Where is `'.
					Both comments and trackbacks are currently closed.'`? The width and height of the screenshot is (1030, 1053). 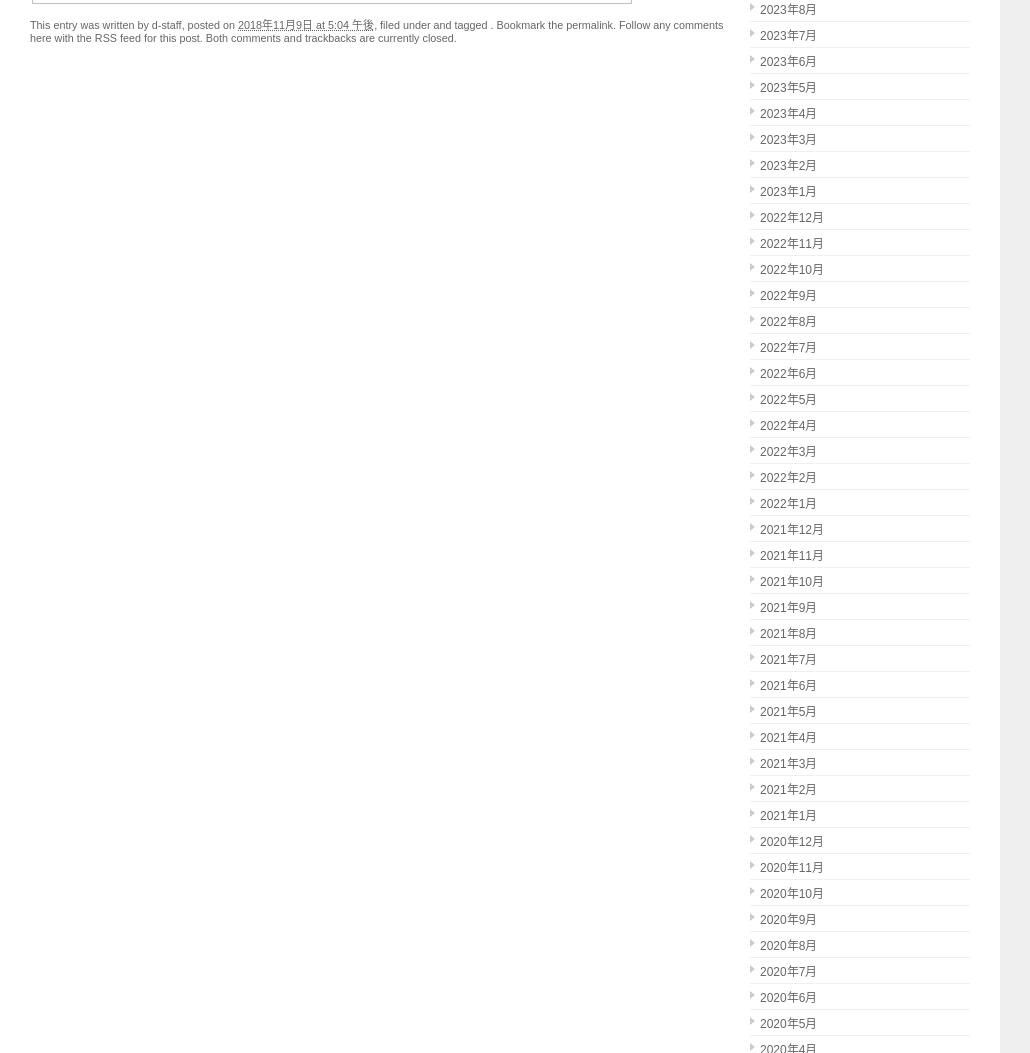 '.
					Both comments and trackbacks are currently closed.' is located at coordinates (326, 38).